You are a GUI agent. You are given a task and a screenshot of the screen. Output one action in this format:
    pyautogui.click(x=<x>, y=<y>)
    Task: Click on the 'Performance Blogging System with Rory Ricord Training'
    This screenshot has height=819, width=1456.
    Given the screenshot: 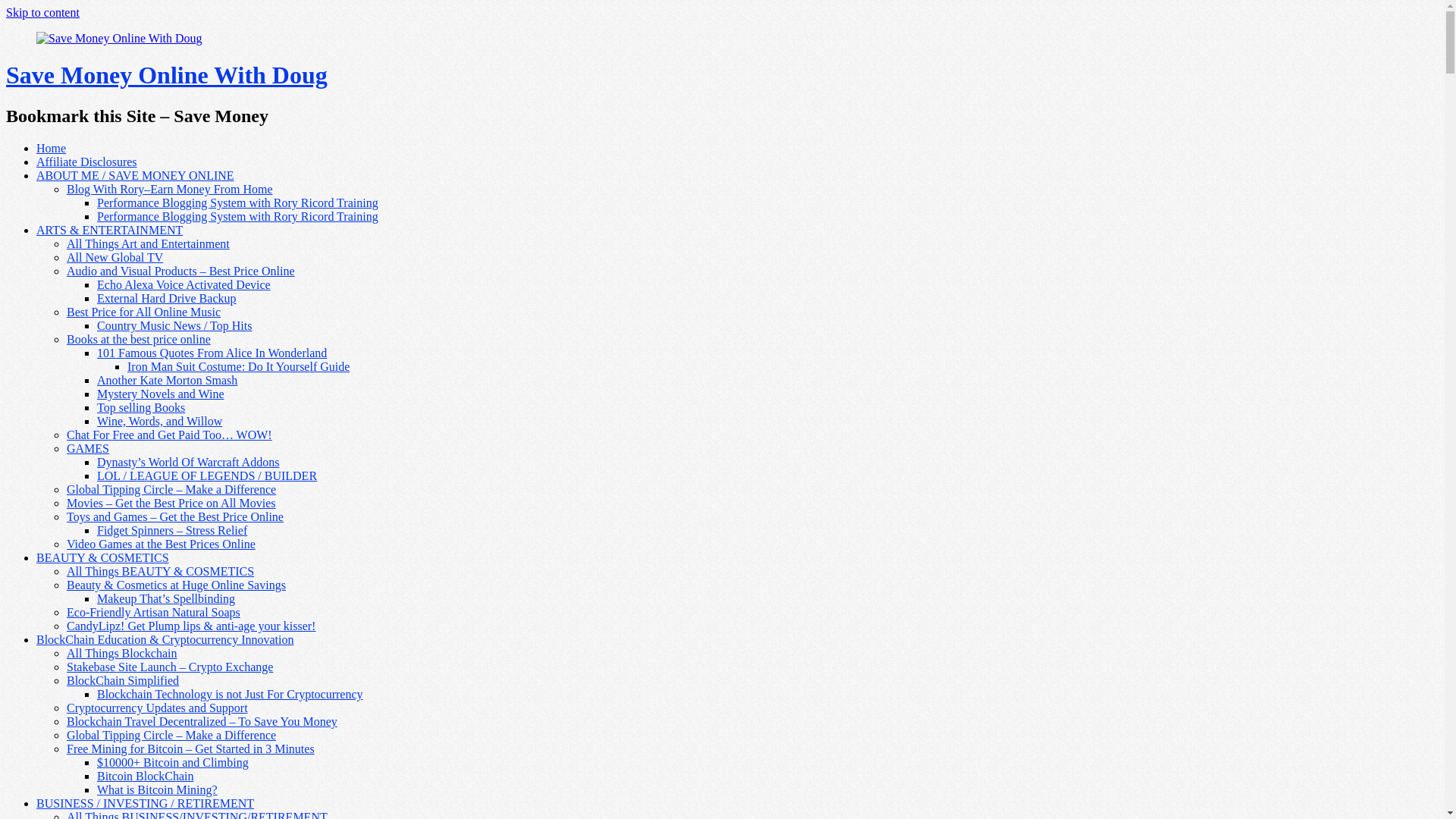 What is the action you would take?
    pyautogui.click(x=237, y=202)
    